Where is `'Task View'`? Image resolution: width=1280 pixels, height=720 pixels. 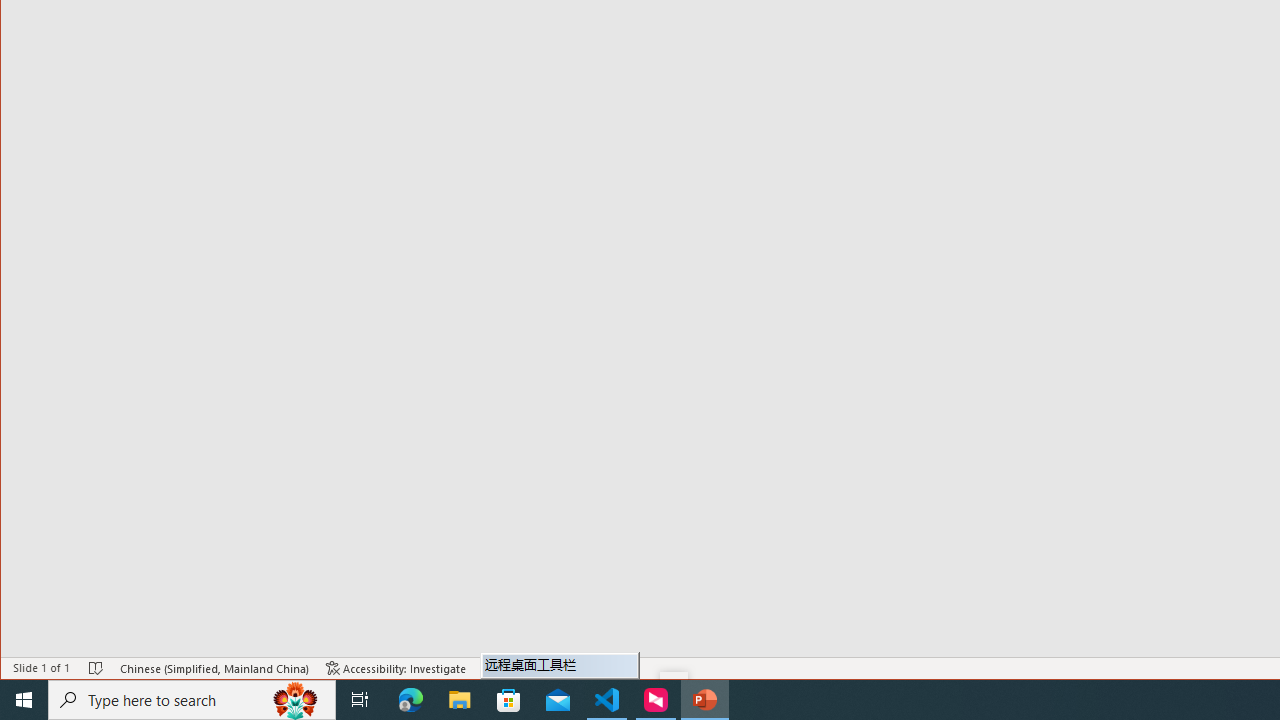 'Task View' is located at coordinates (359, 698).